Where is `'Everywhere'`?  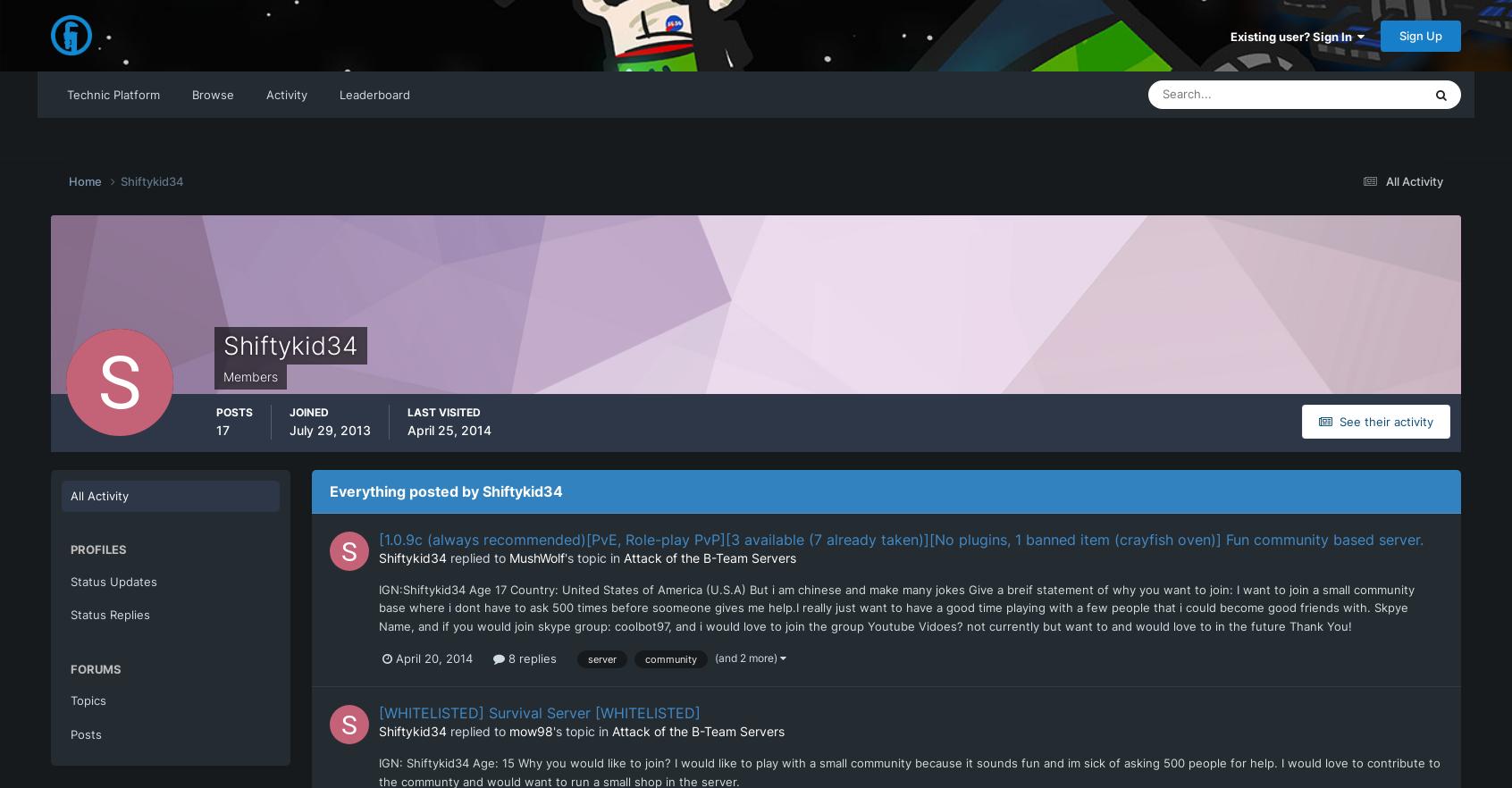 'Everywhere' is located at coordinates (1286, 133).